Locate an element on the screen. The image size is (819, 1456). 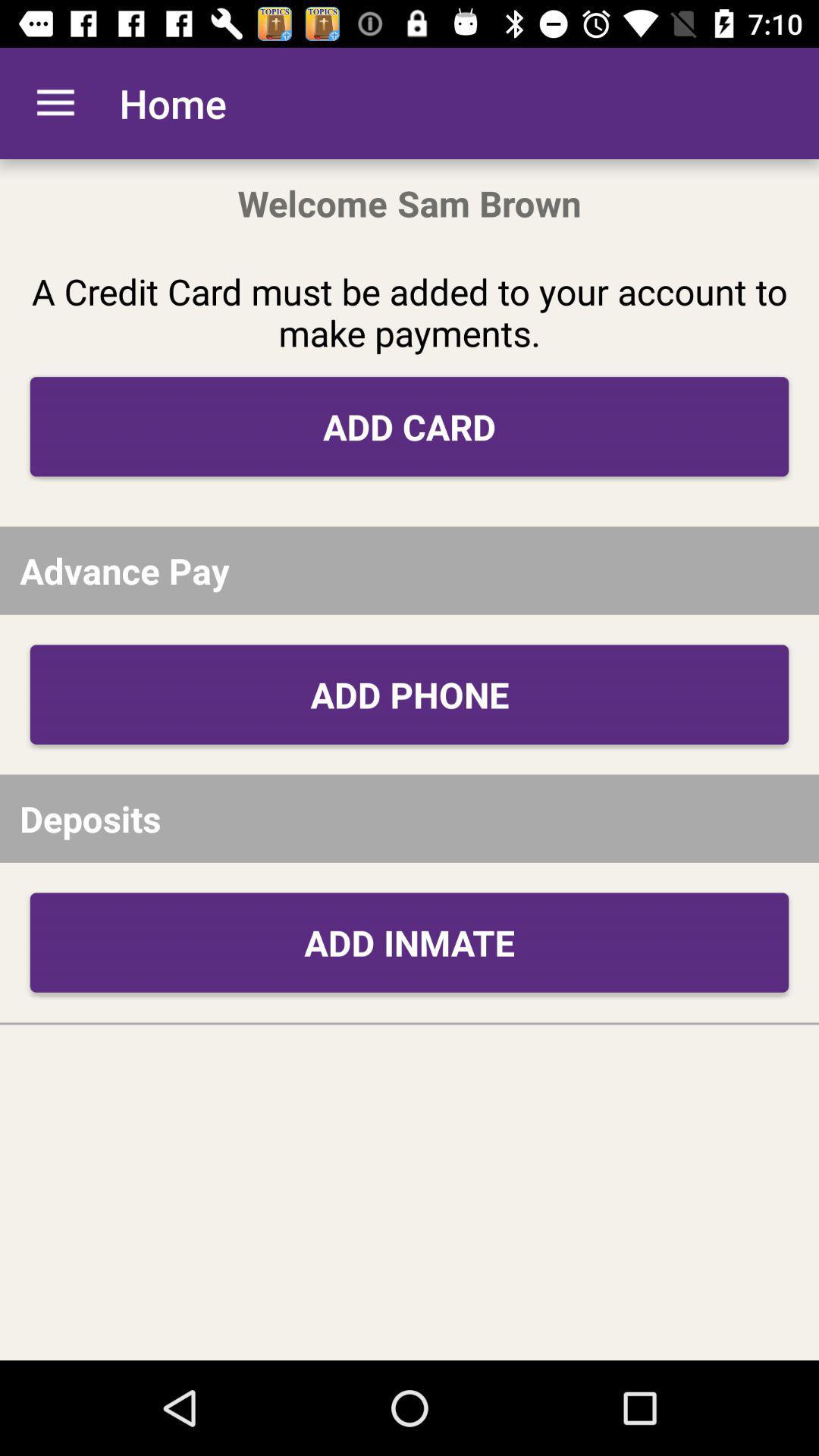
add inmate icon is located at coordinates (409, 942).